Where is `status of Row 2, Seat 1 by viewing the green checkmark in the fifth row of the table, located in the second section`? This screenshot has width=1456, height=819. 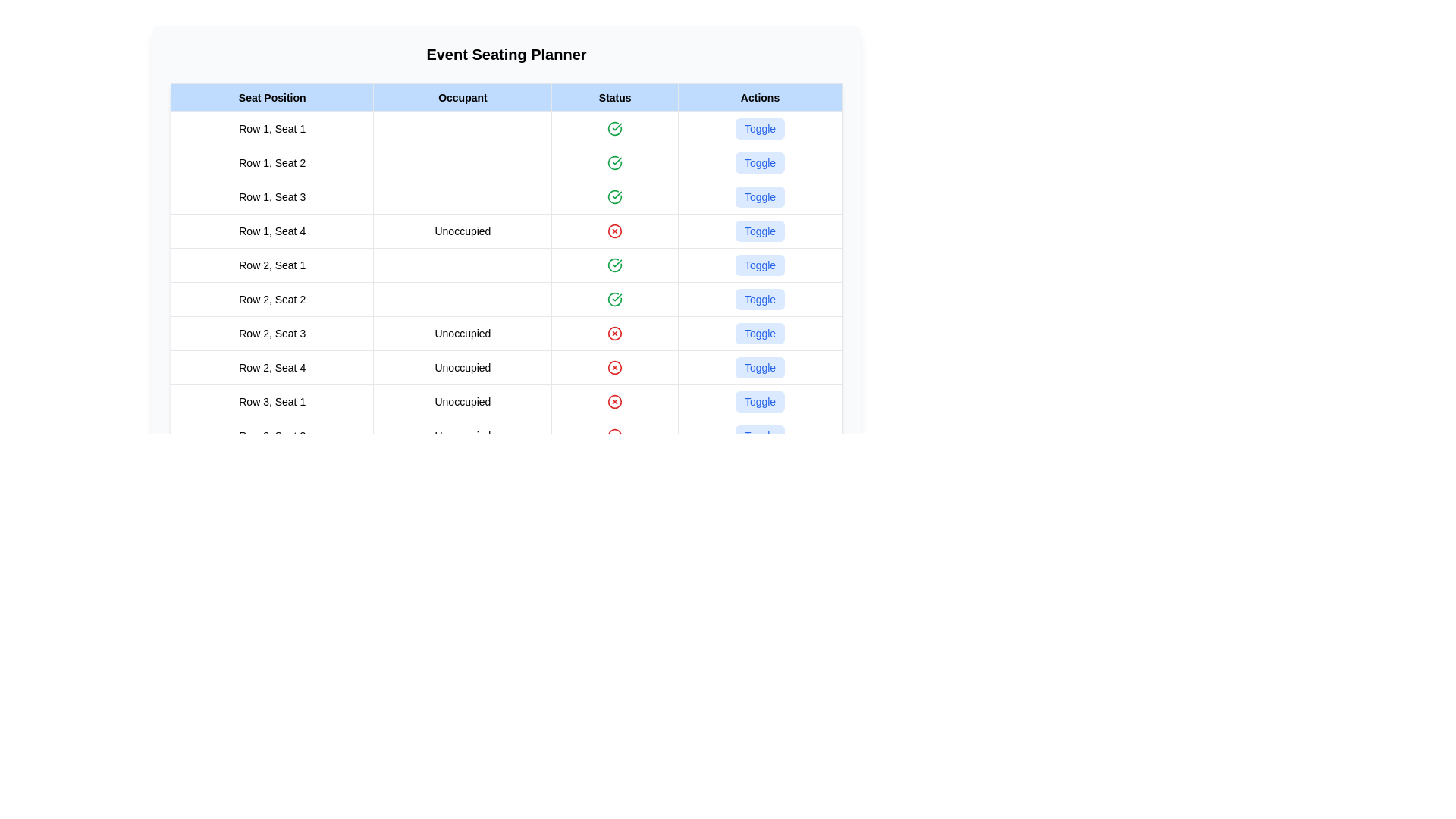
status of Row 2, Seat 1 by viewing the green checkmark in the fifth row of the table, located in the second section is located at coordinates (506, 265).